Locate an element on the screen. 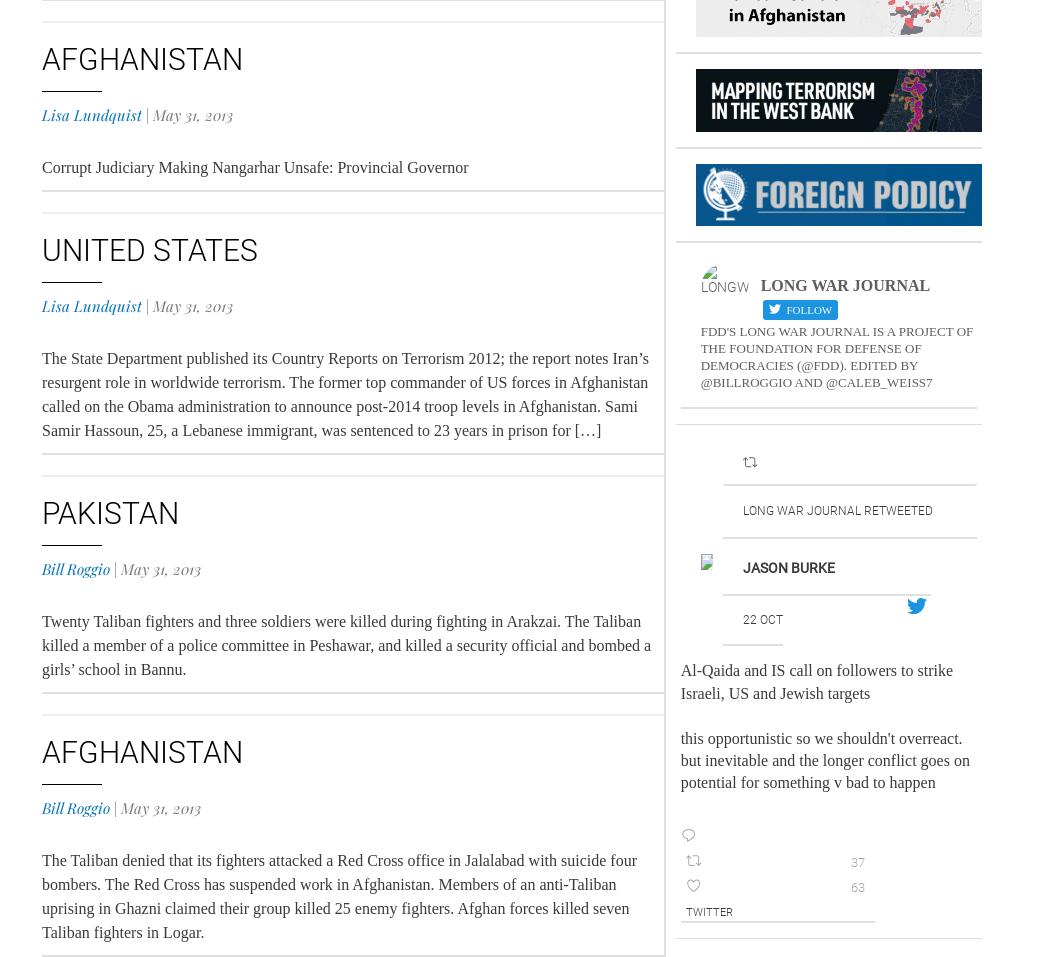 This screenshot has width=1039, height=957. 'Al-Qaida and IS call on followers to strike Israeli, US and Jewish targets' is located at coordinates (815, 681).